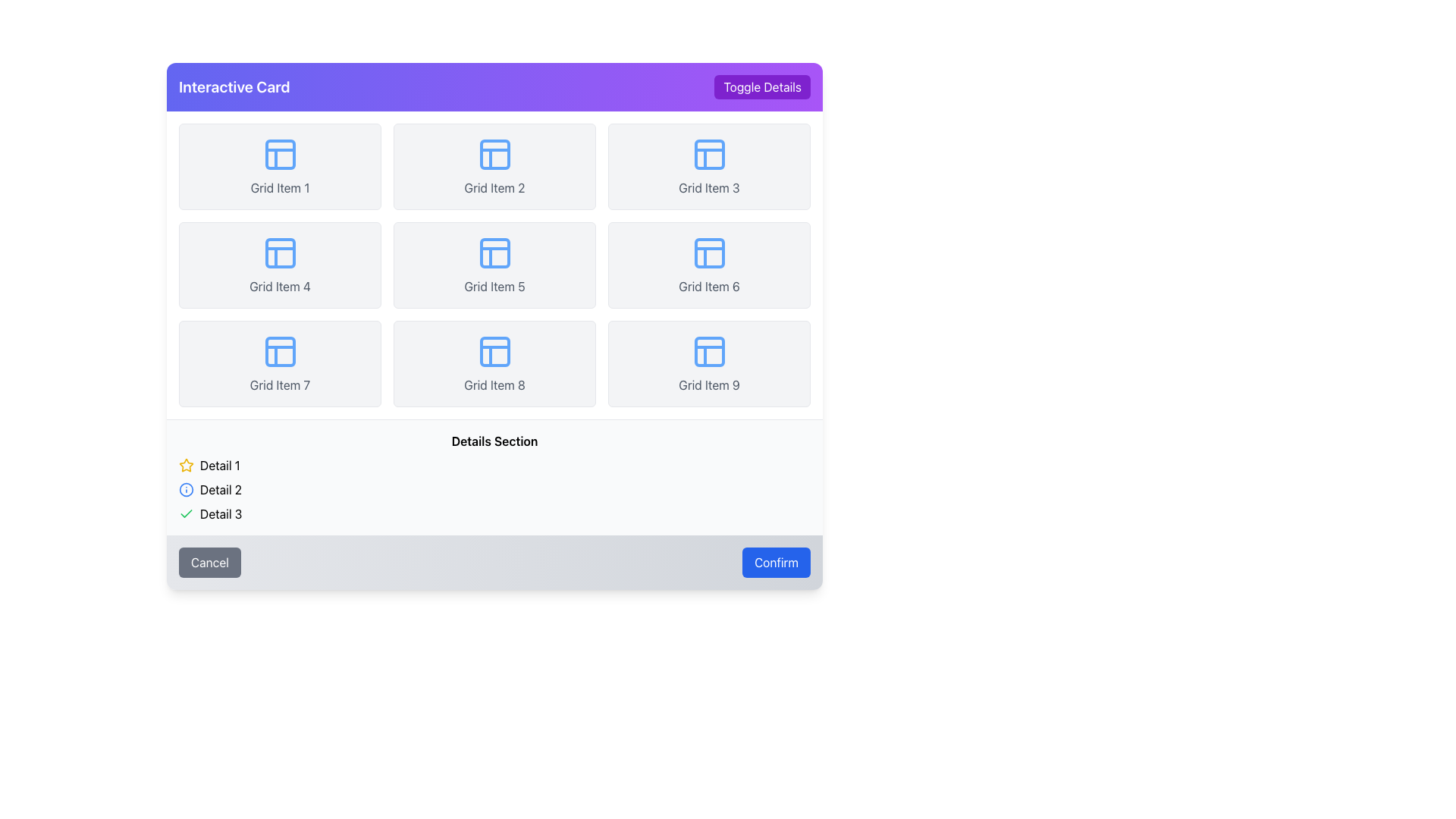 The image size is (1456, 819). I want to click on the text label displaying 'Grid Item 7', located in the third row and first column of the grid layout, so click(280, 384).